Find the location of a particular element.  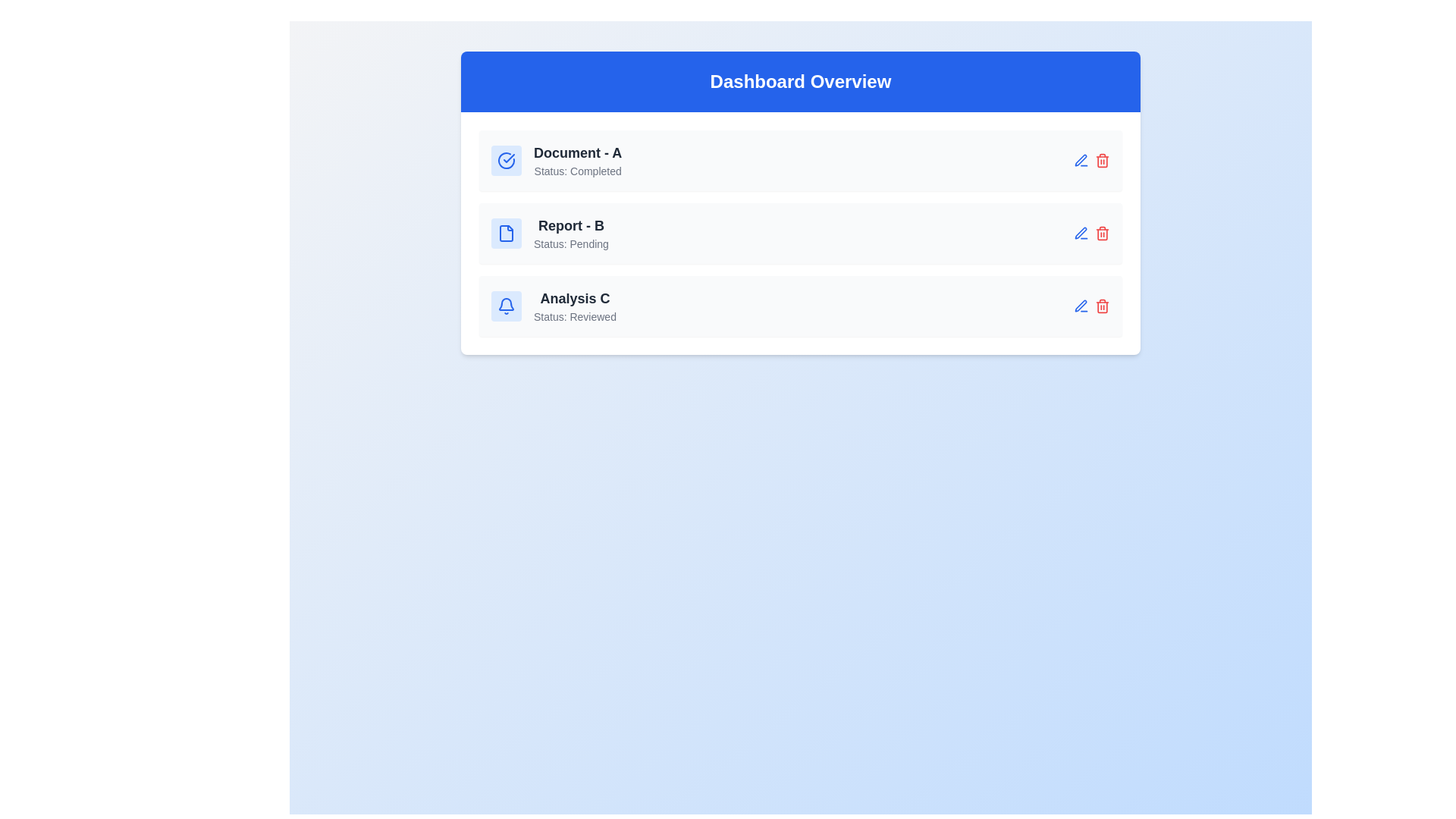

the graphical icon indicating notifications or alerts related to the 'Analysis C' section, located in the 'Dashboard Overview' card, to the left of the 'Analysis C' text is located at coordinates (506, 306).